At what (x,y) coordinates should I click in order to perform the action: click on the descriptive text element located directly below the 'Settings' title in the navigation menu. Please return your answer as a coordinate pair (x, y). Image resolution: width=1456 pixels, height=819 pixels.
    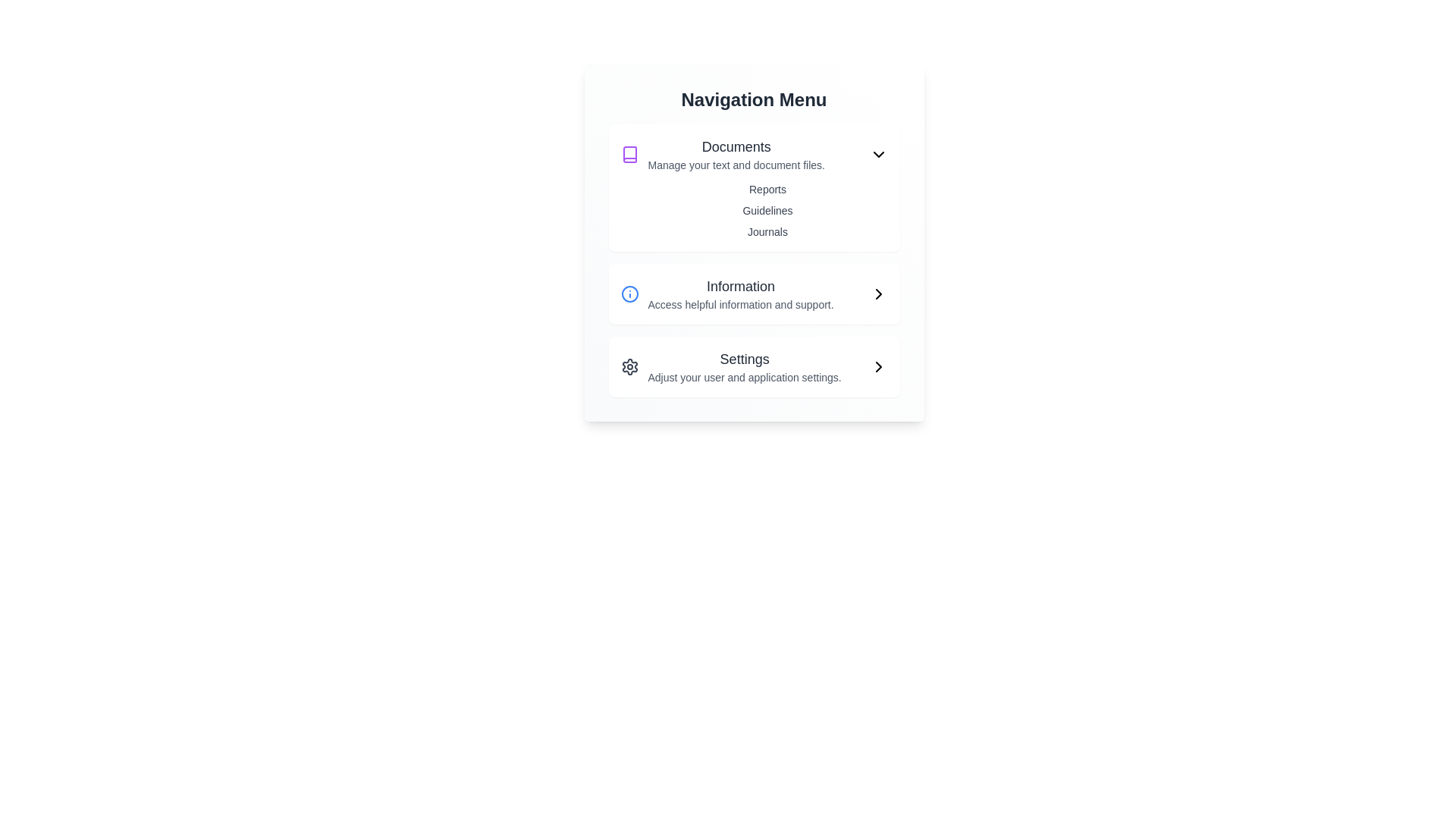
    Looking at the image, I should click on (745, 376).